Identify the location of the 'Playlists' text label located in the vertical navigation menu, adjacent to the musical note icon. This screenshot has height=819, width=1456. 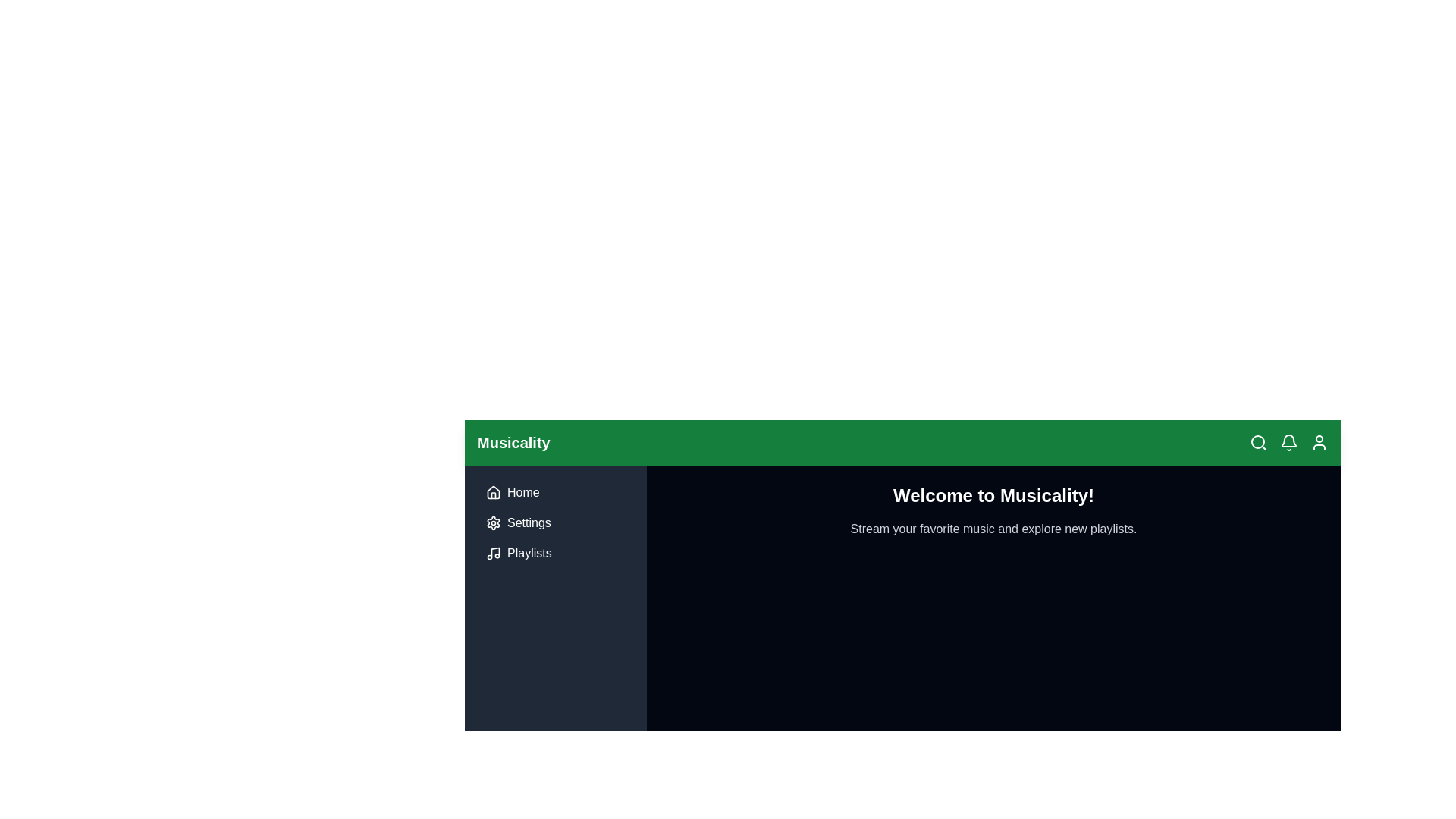
(529, 553).